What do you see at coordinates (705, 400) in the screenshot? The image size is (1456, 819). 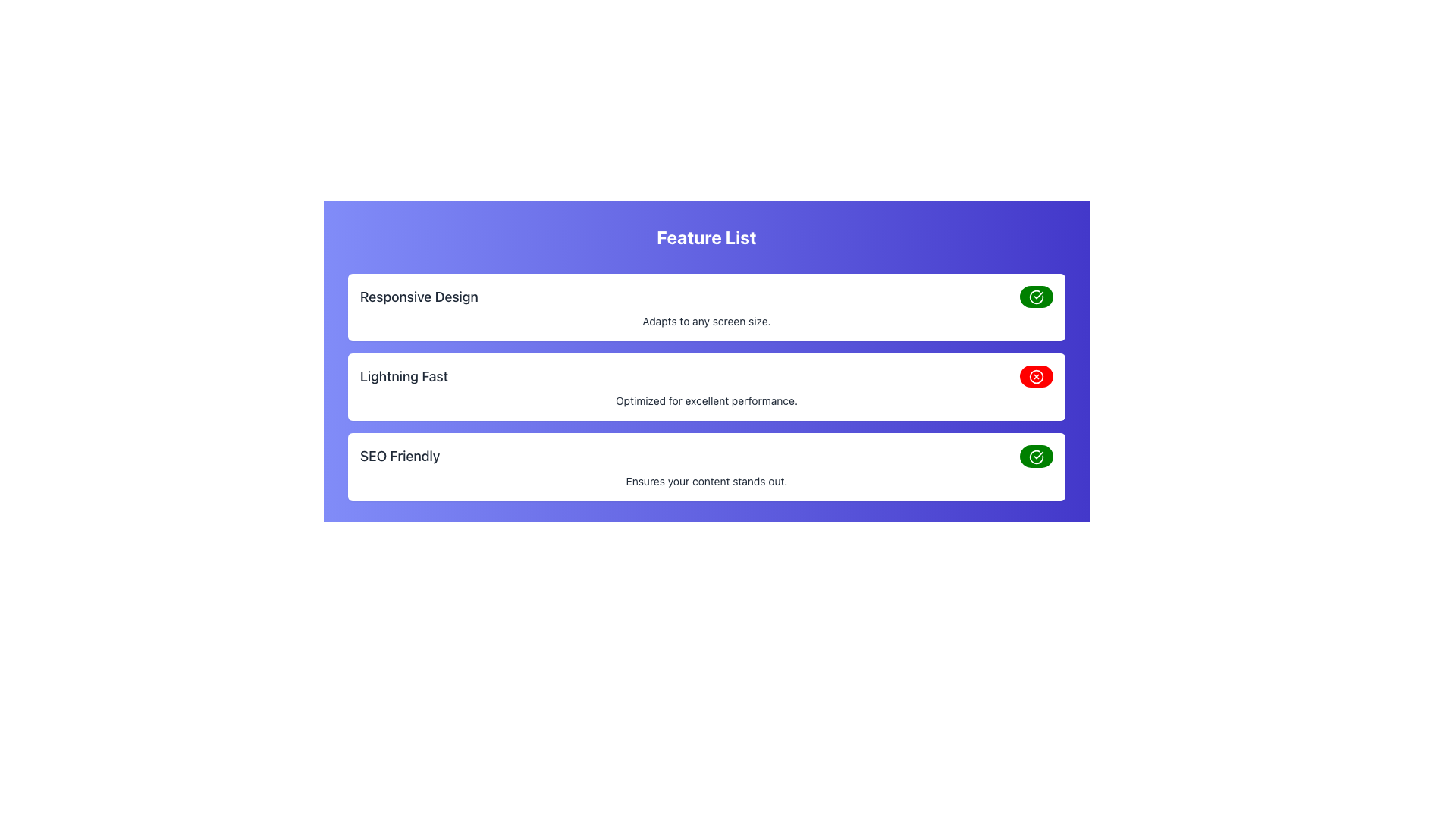 I see `the text label stating 'Optimized for excellent performance.' which is located beneath the header 'Lightning Fast' in the second feature card to focus on it` at bounding box center [705, 400].